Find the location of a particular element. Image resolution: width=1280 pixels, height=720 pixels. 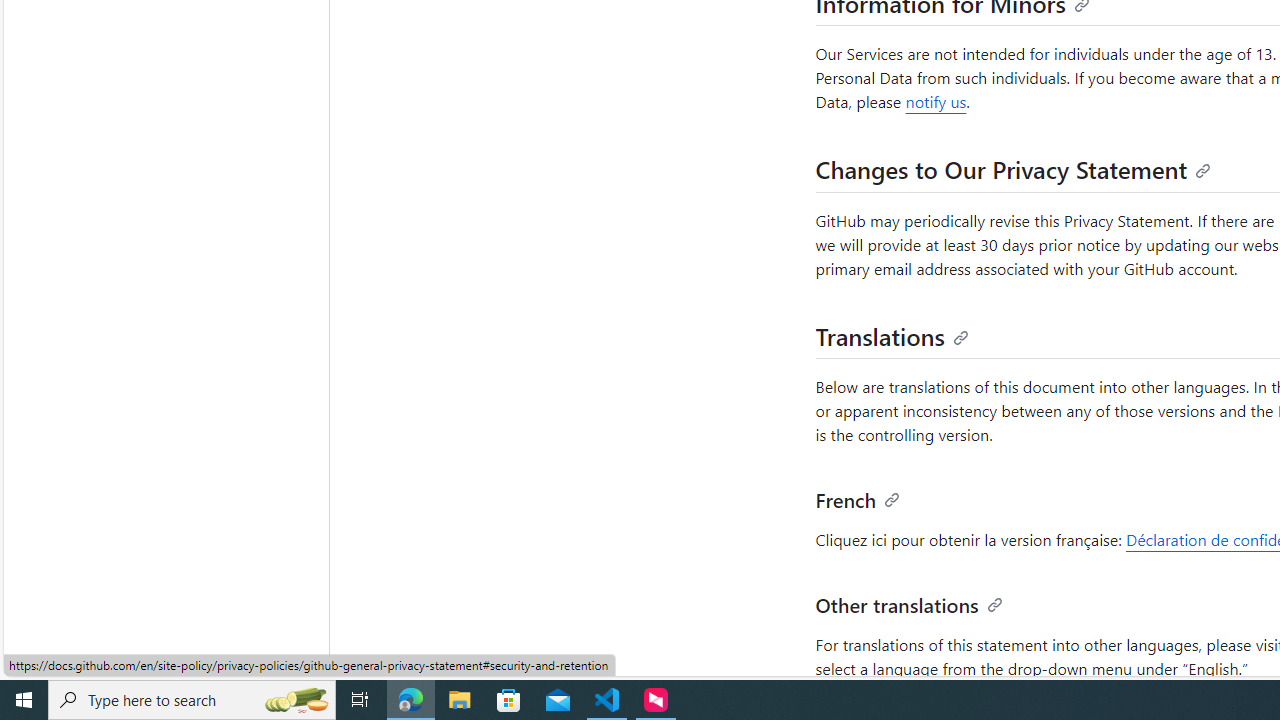

'Other translations' is located at coordinates (908, 602).